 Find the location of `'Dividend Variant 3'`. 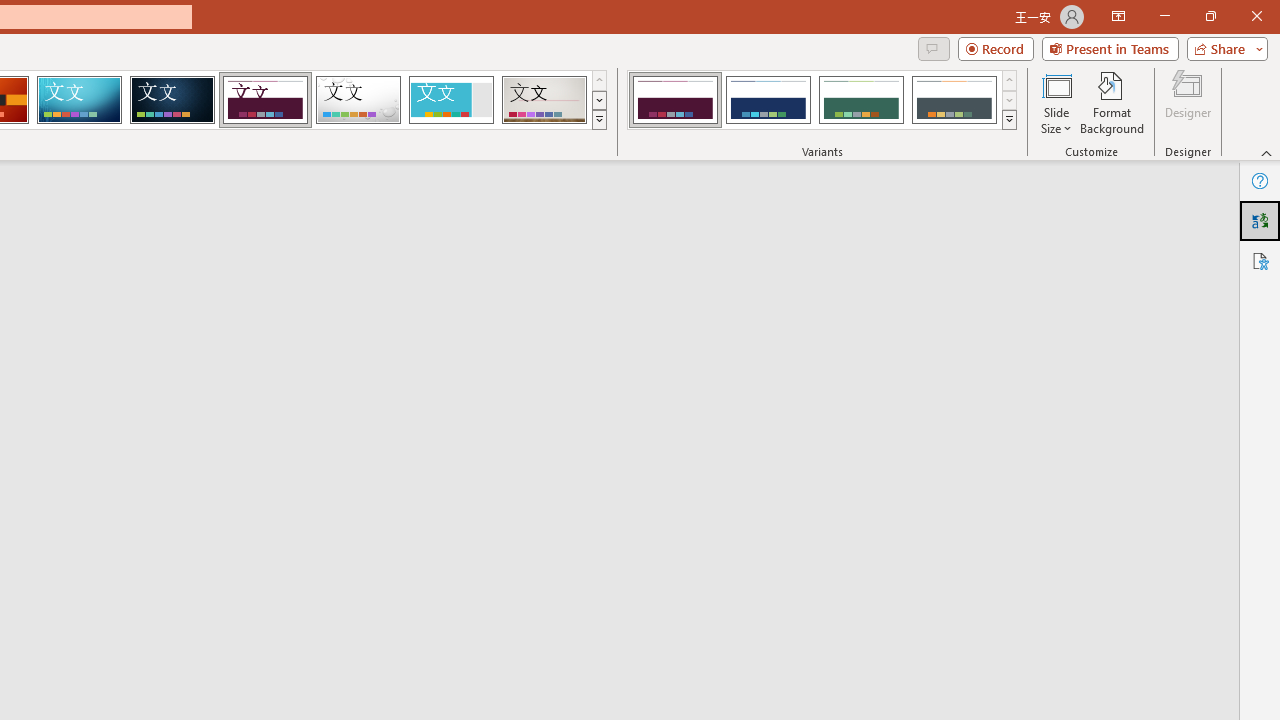

'Dividend Variant 3' is located at coordinates (861, 100).